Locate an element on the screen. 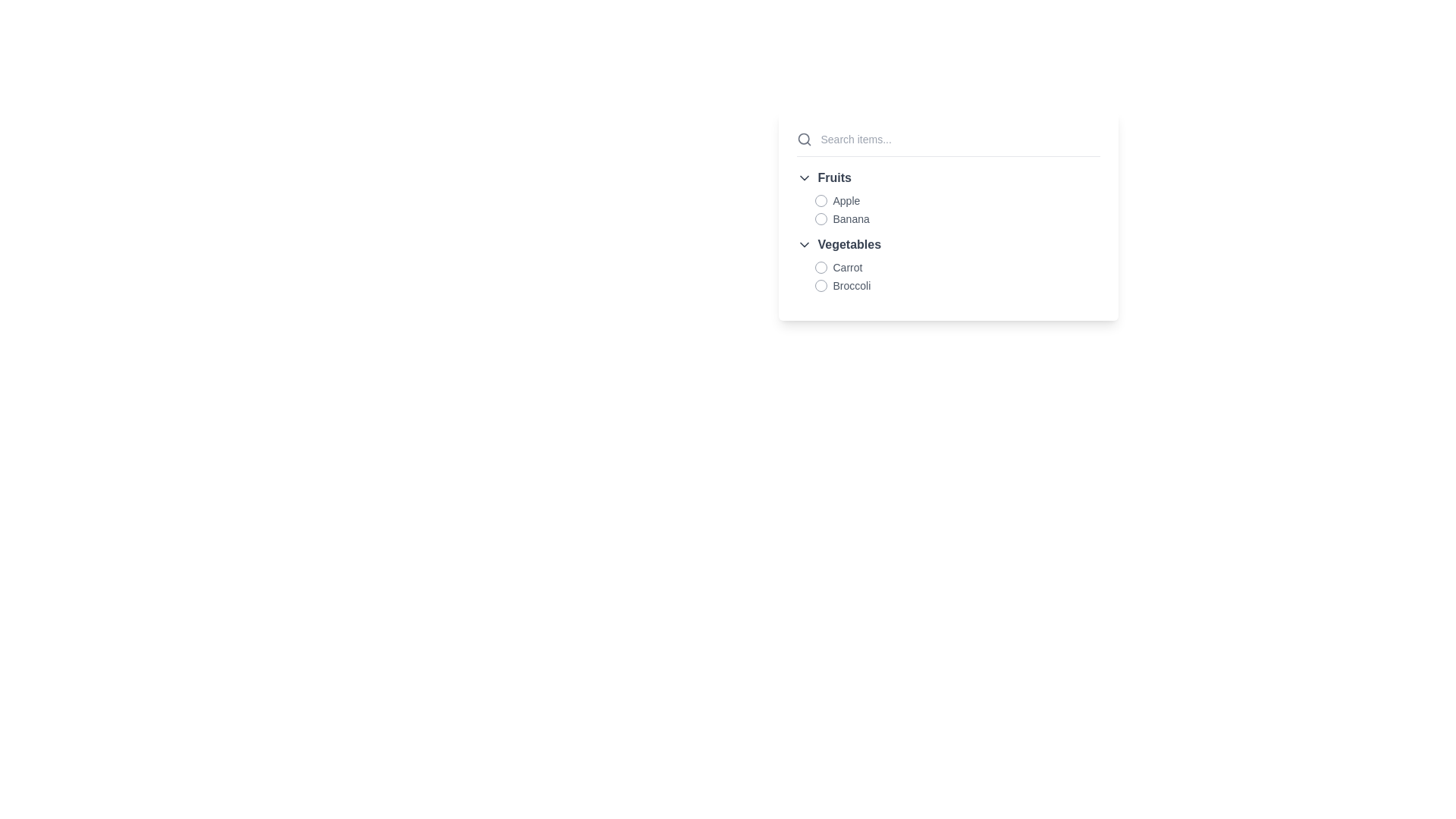 Image resolution: width=1456 pixels, height=819 pixels. the unselected radio button located to the left of the label 'Broccoli' in the vertical selection list under the 'Vegetables' category is located at coordinates (820, 286).